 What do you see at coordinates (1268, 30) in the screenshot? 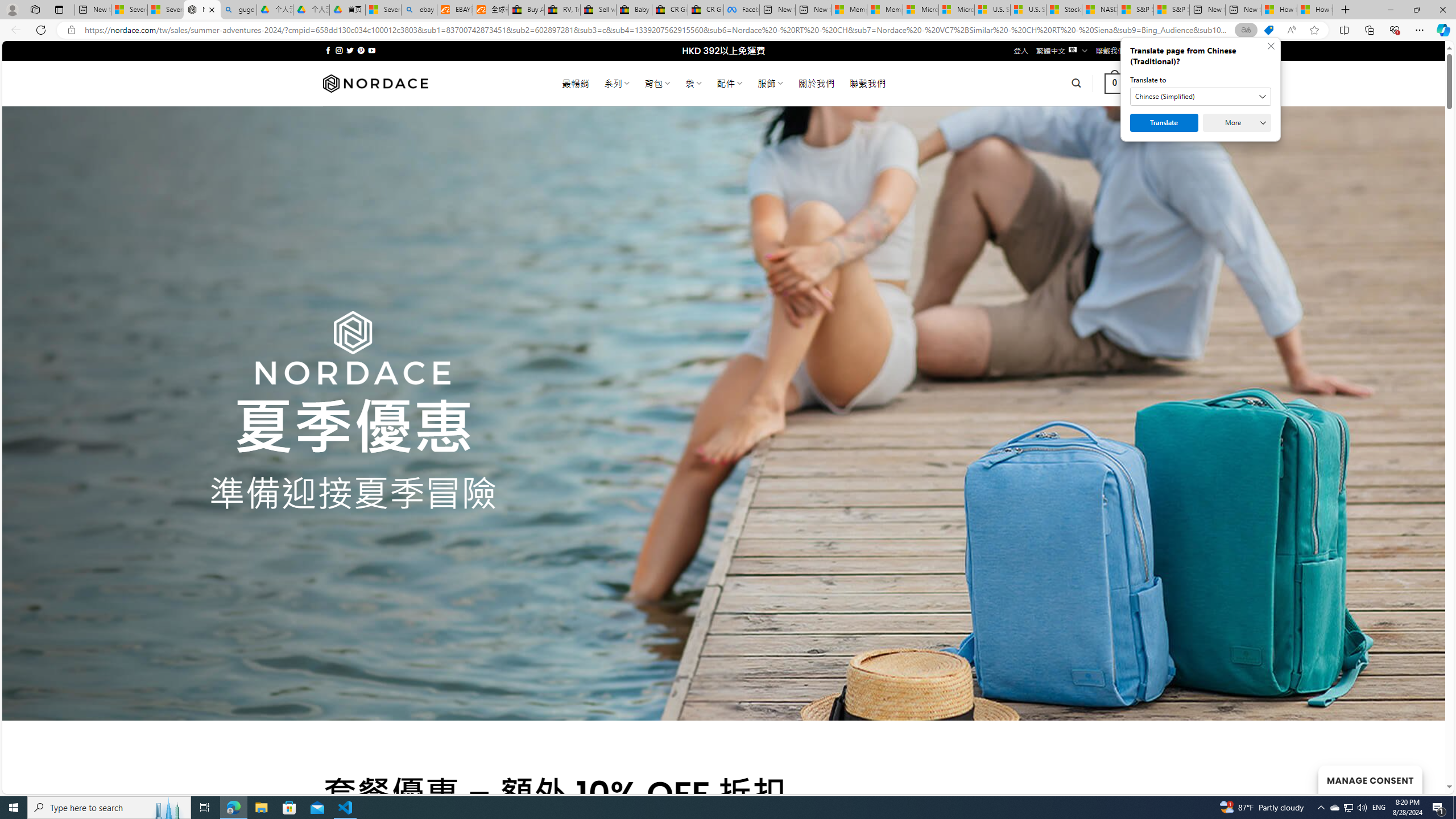
I see `'This site has coupons! Shopping in Microsoft Edge'` at bounding box center [1268, 30].